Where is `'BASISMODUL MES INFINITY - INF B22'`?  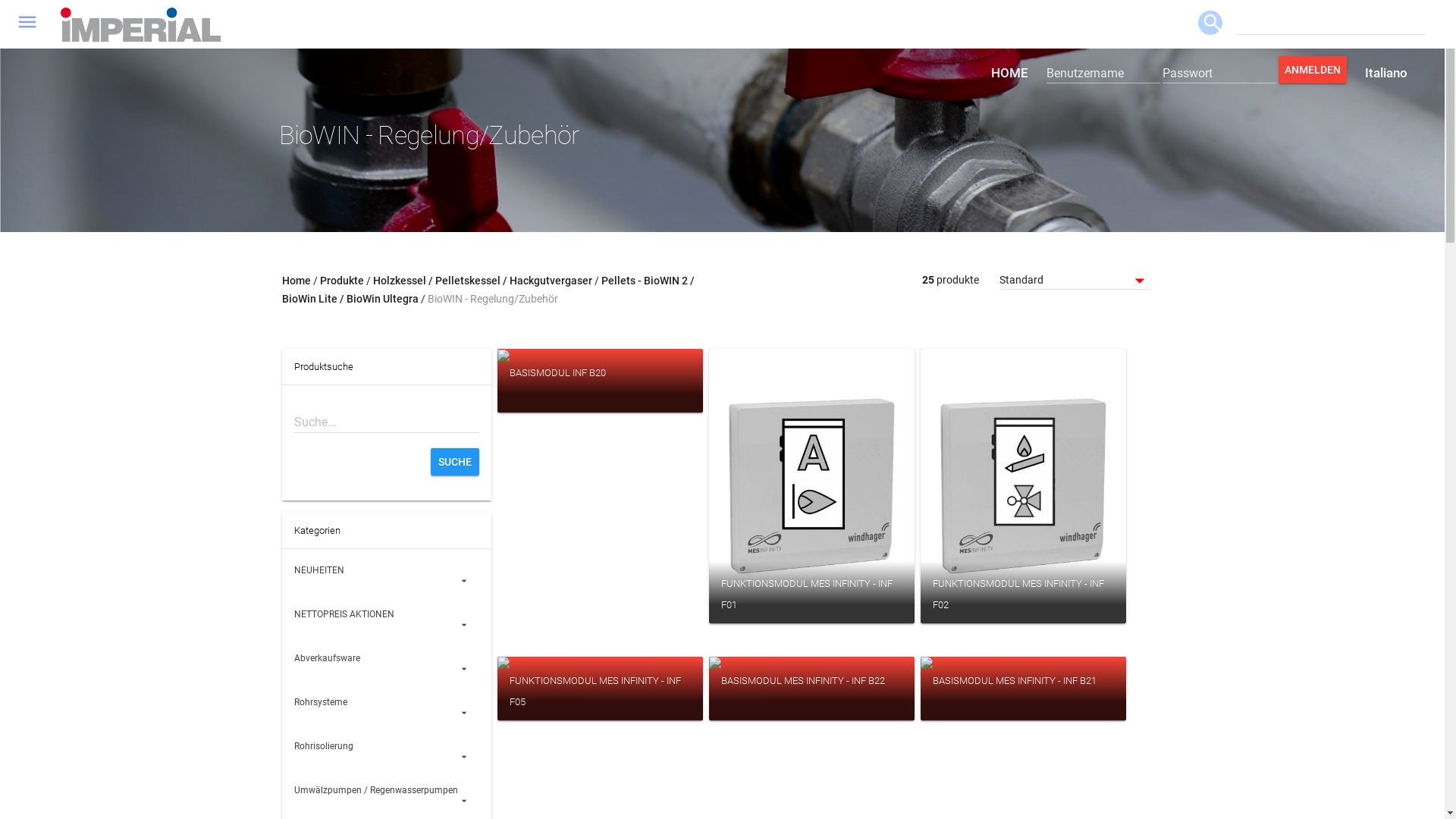 'BASISMODUL MES INFINITY - INF B22' is located at coordinates (811, 689).